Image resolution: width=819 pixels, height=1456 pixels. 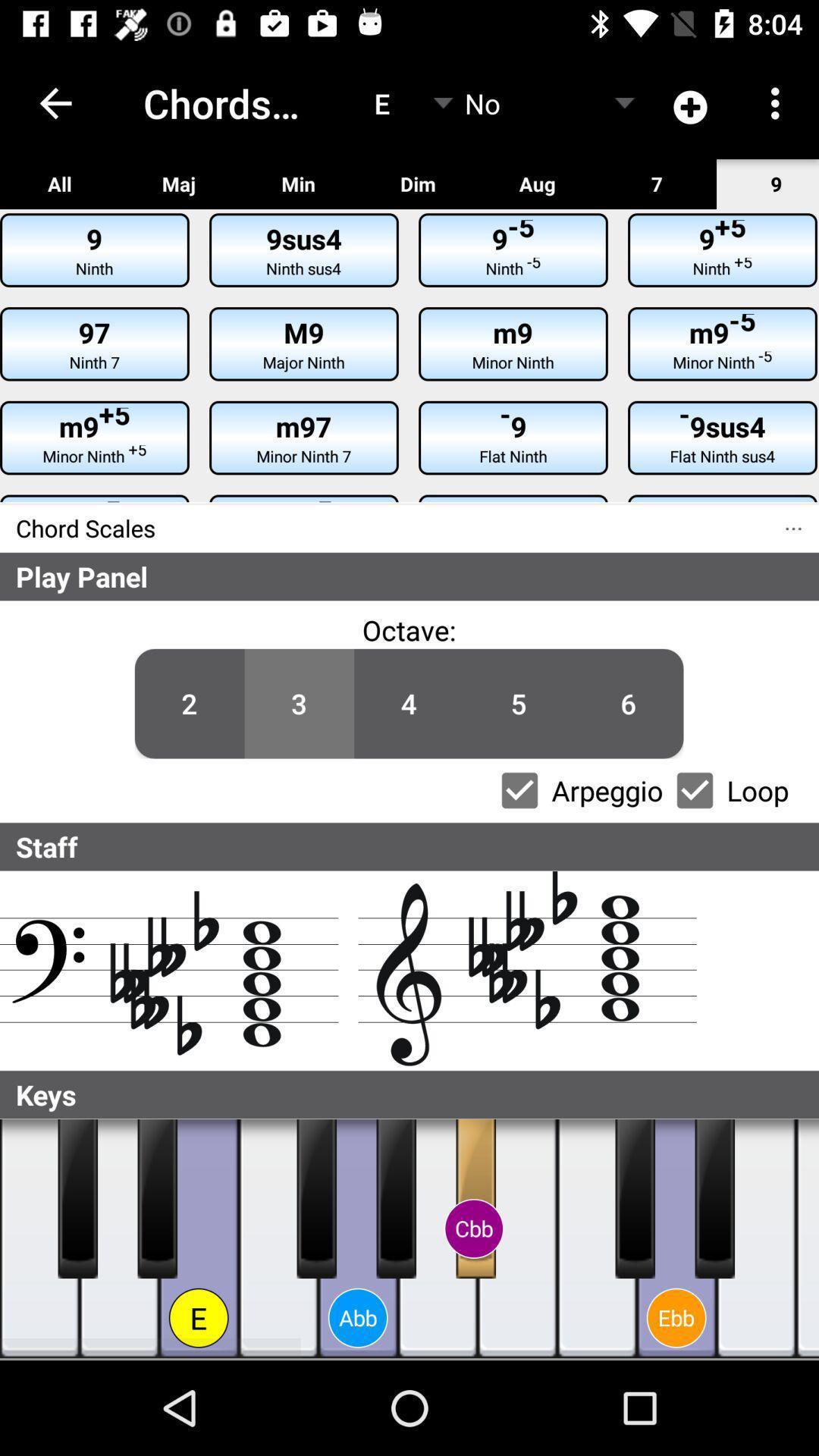 What do you see at coordinates (358, 1238) in the screenshot?
I see `key abb` at bounding box center [358, 1238].